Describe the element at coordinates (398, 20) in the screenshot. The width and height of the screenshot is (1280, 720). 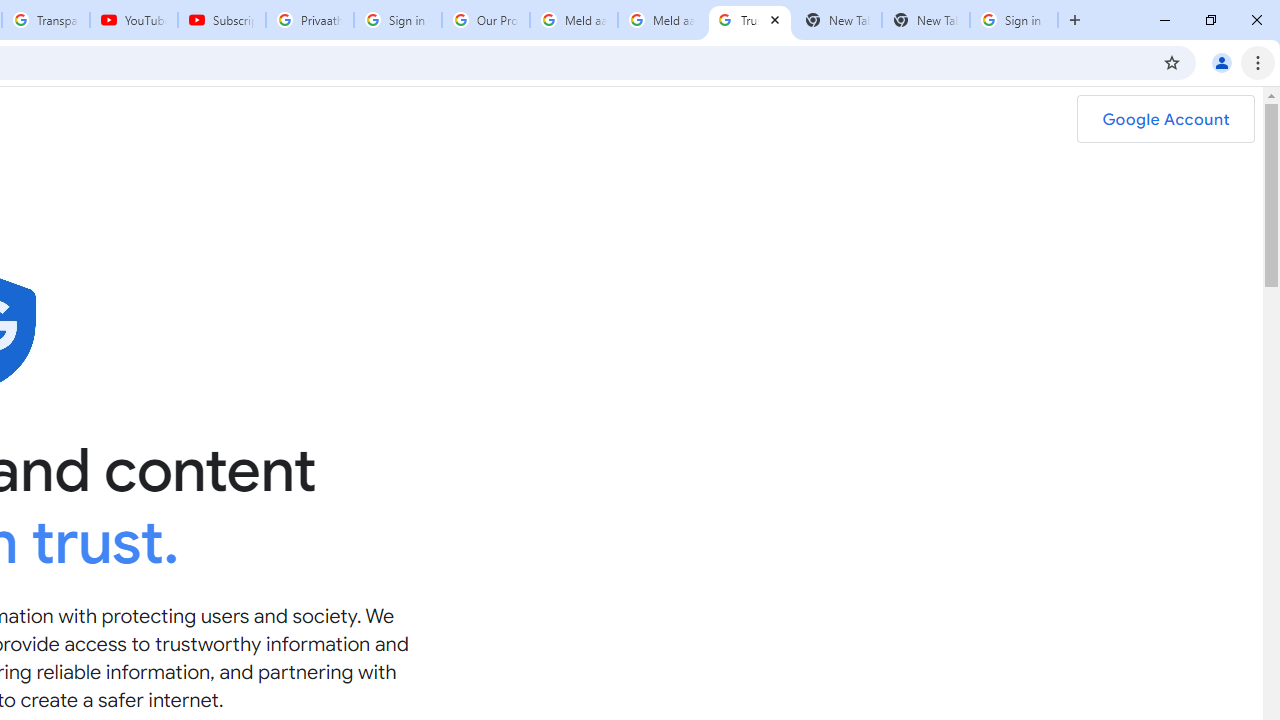
I see `'Sign in - Google Accounts'` at that location.